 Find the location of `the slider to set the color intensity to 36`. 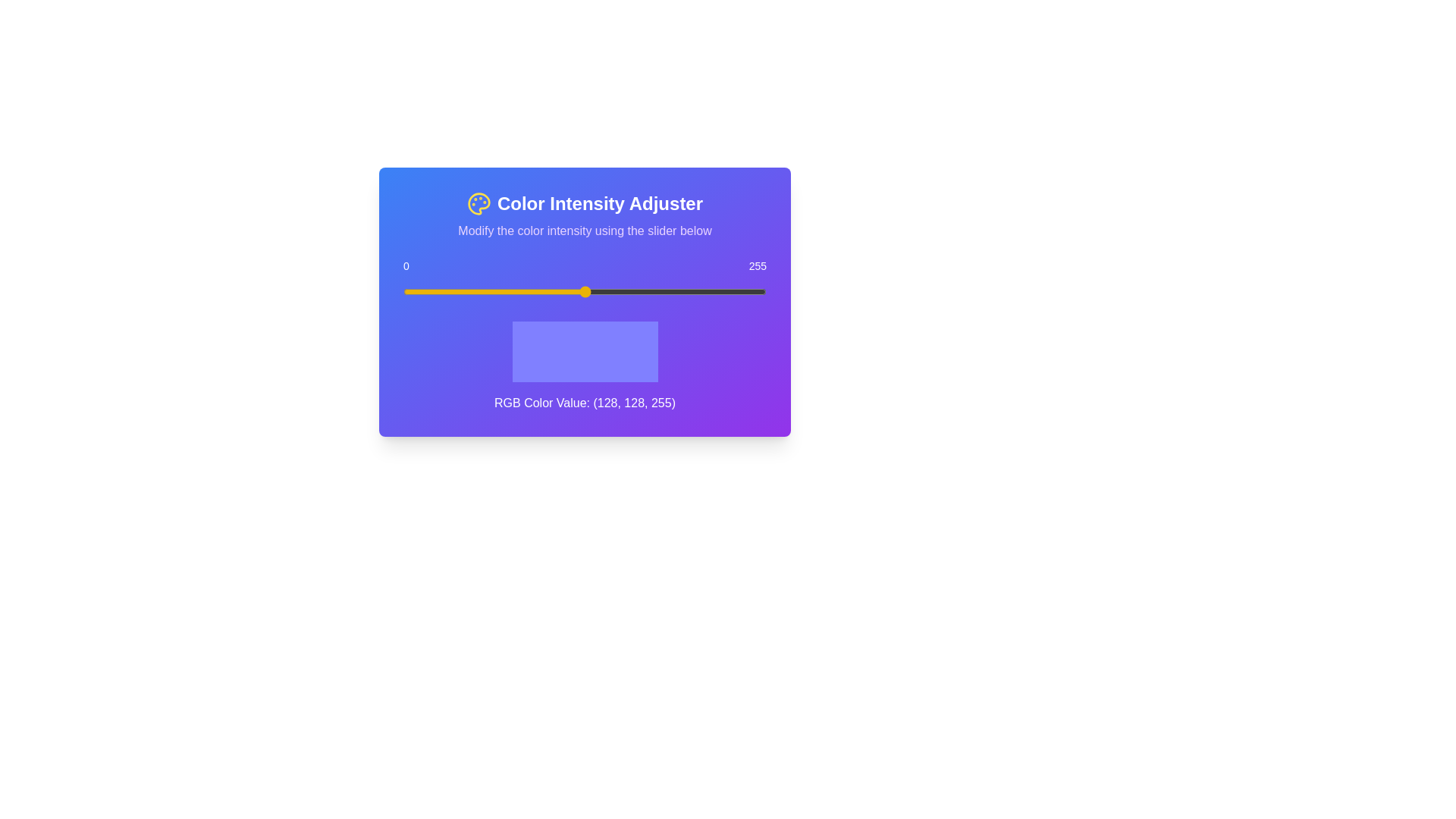

the slider to set the color intensity to 36 is located at coordinates (453, 292).